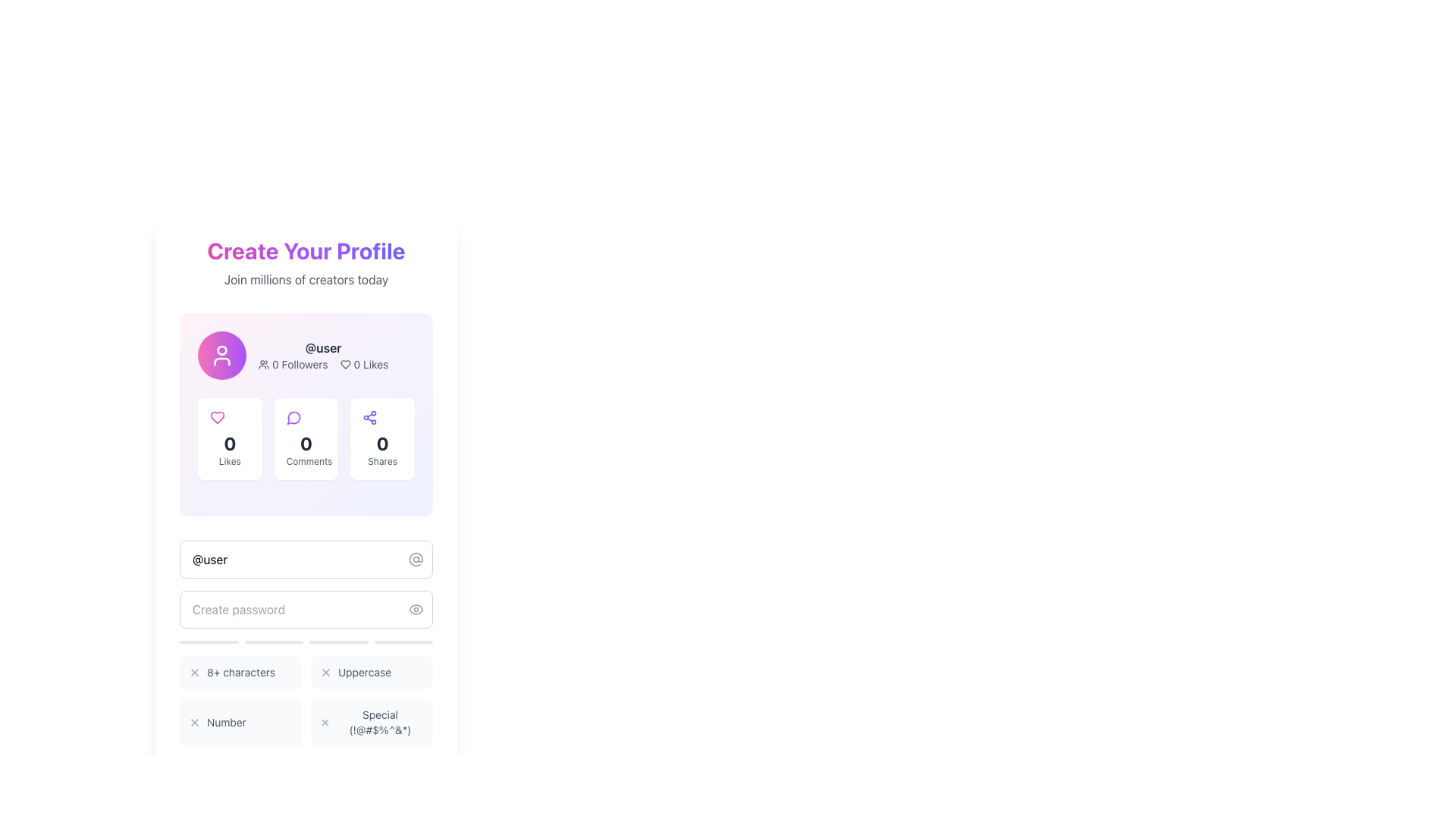 The width and height of the screenshot is (1456, 819). What do you see at coordinates (382, 444) in the screenshot?
I see `the bold numeral '0' displayed in dark gray above the 'Shares' label in the Shares widget on the profile creation page` at bounding box center [382, 444].